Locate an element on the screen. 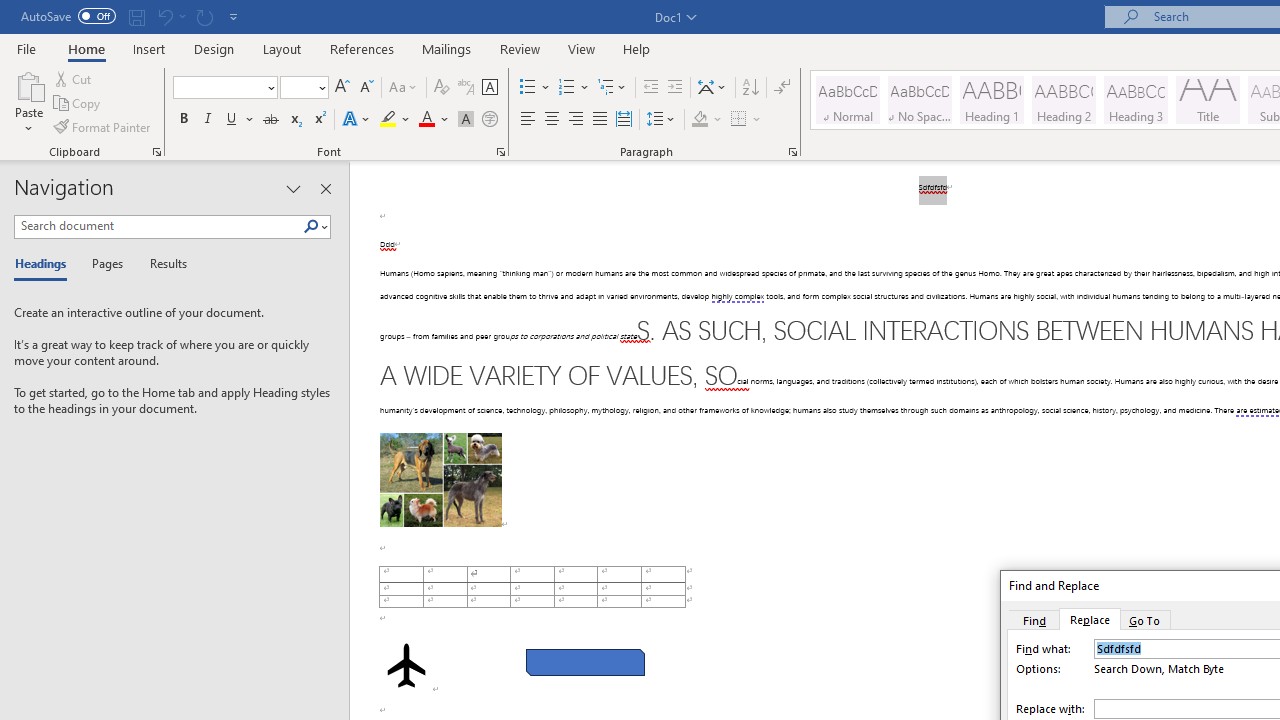 Image resolution: width=1280 pixels, height=720 pixels. 'Enclose Characters...' is located at coordinates (489, 119).